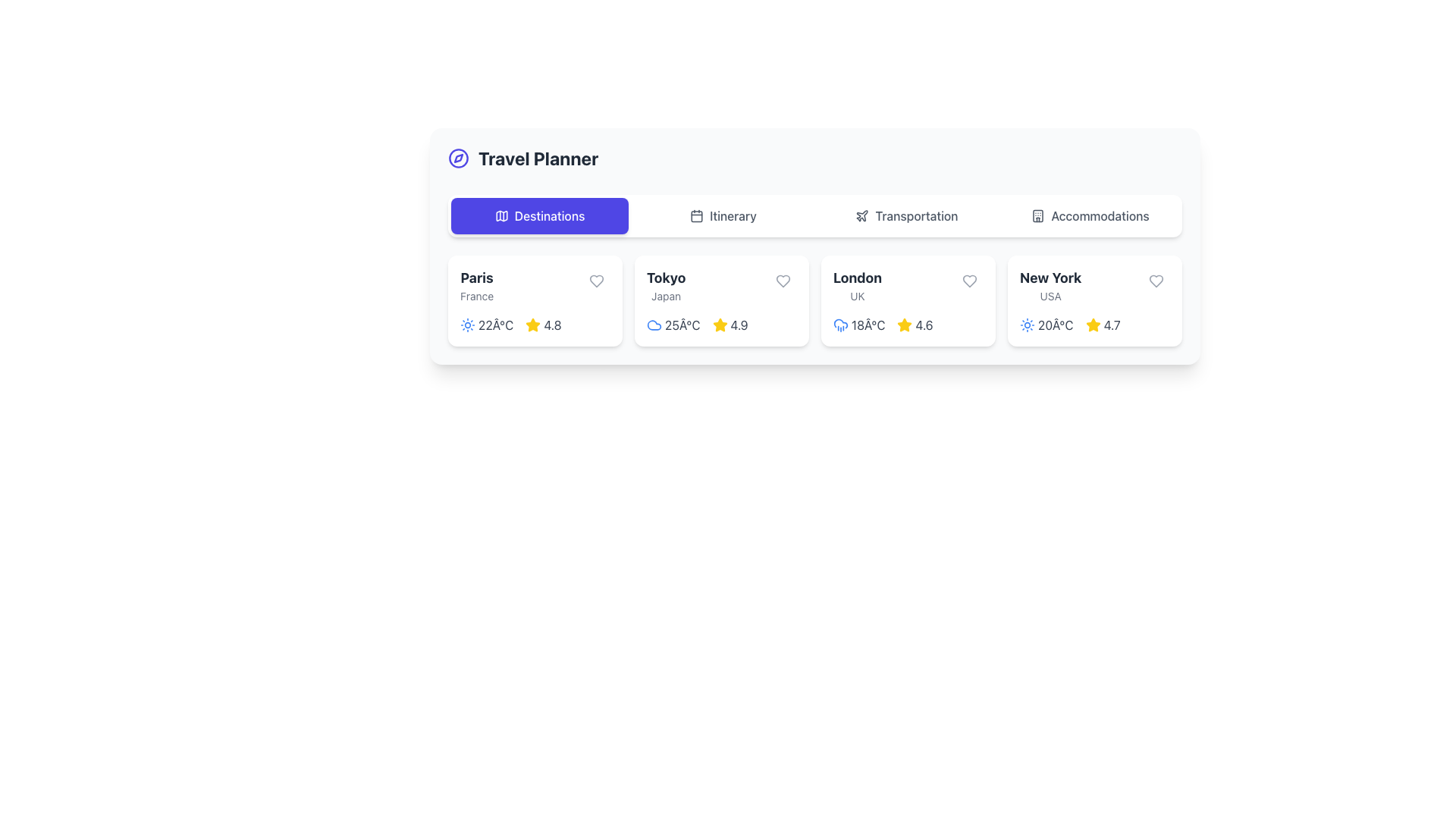  Describe the element at coordinates (905, 324) in the screenshot. I see `the yellow star icon with rounded edges, located next to the '4.6' text in the rating information panel of the third destination card for 'London, UK.'` at that location.